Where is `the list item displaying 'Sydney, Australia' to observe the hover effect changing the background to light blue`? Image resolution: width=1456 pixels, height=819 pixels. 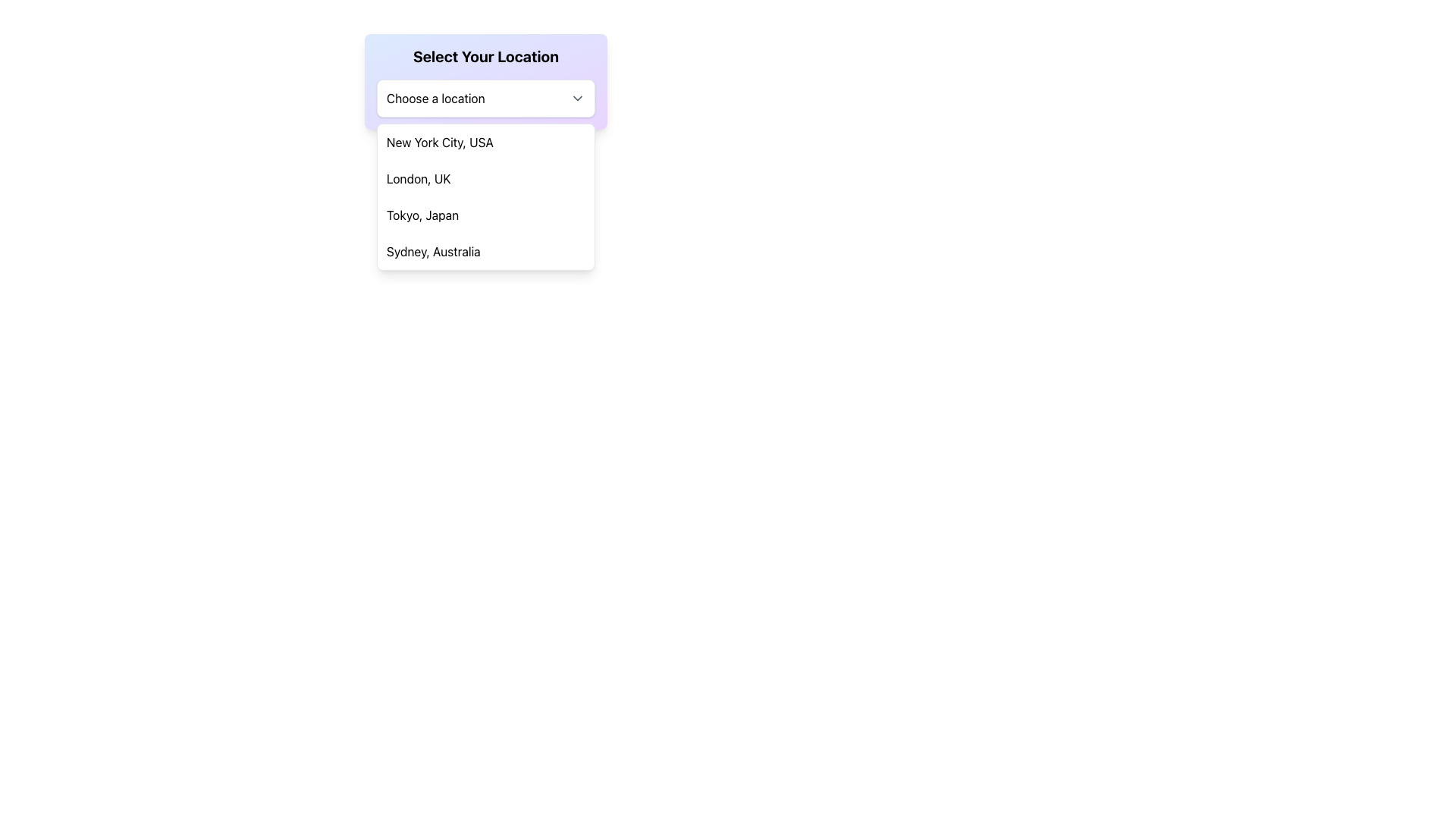 the list item displaying 'Sydney, Australia' to observe the hover effect changing the background to light blue is located at coordinates (486, 250).